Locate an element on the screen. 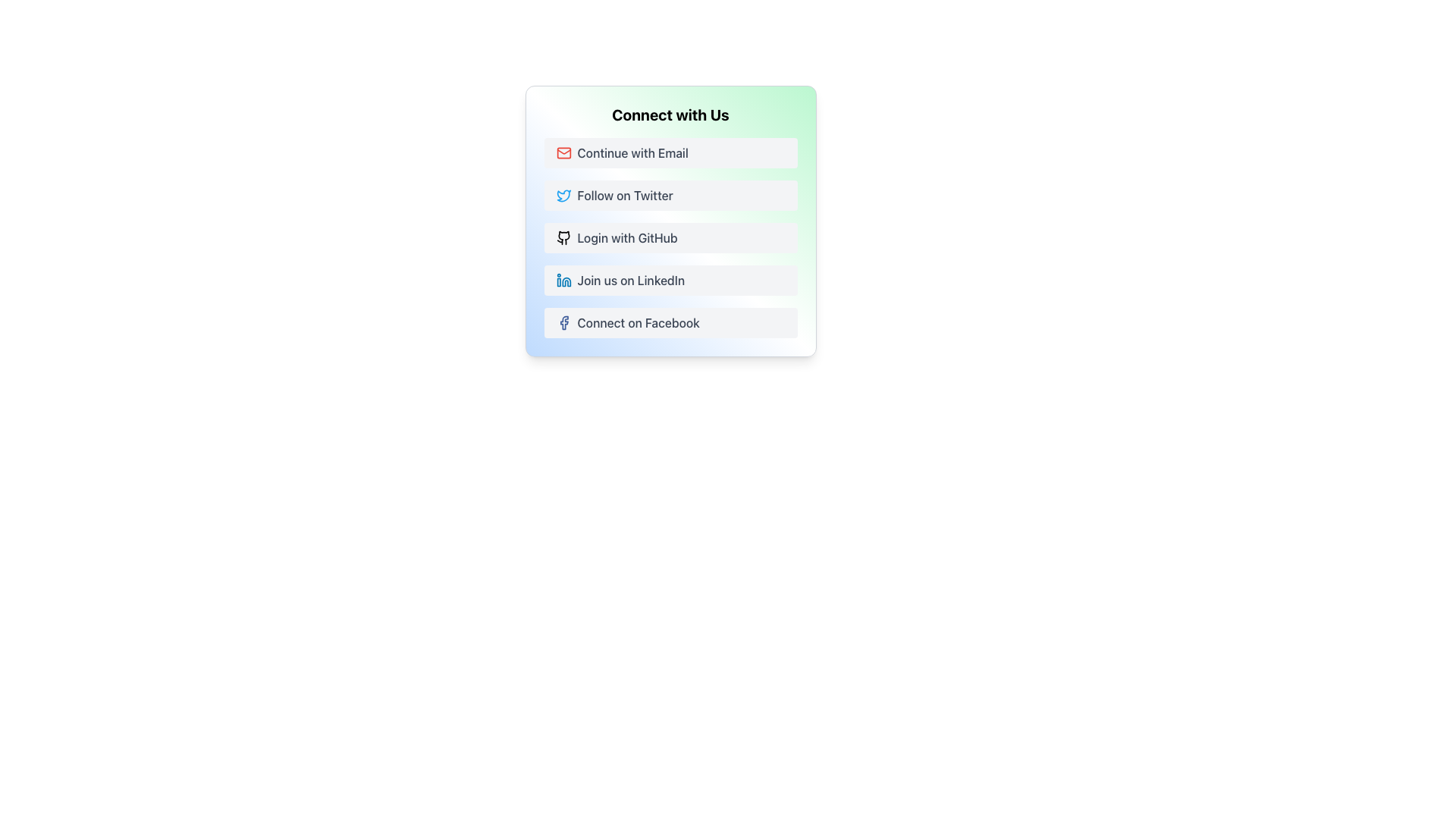 This screenshot has height=819, width=1456. the vector graphic component of the mail icon representing email functionality in the 'Connect with Us' section, located at the top of the options list, left of the 'Continue with Email' text is located at coordinates (563, 152).